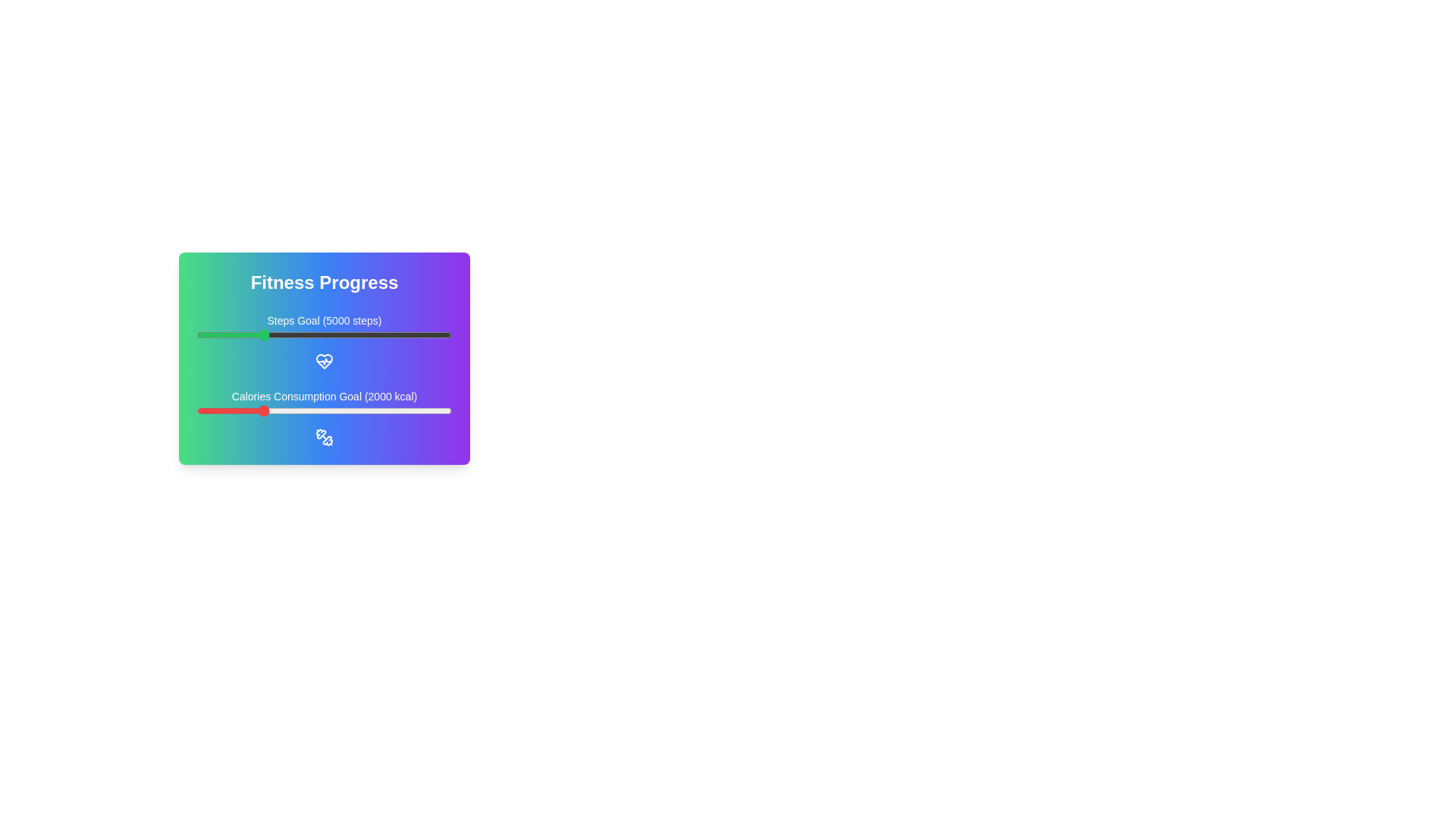 This screenshot has width=1456, height=819. I want to click on the text label displaying 'Calories Consumption Goal (2000 kcal)', which is styled in white color and positioned above the slider component, so click(323, 396).